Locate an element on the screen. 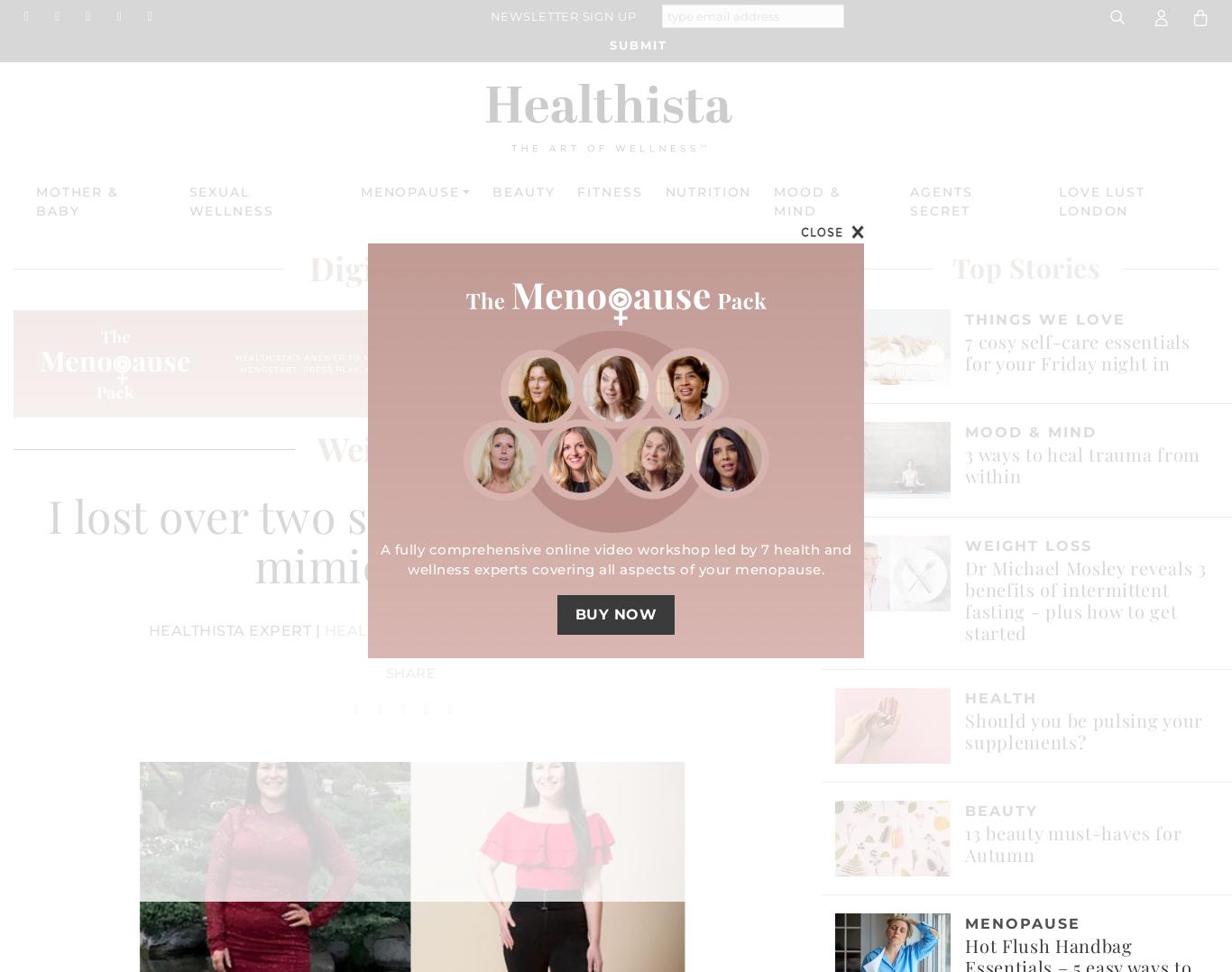 The width and height of the screenshot is (1232, 972). 'Healthista Expert |' is located at coordinates (235, 629).